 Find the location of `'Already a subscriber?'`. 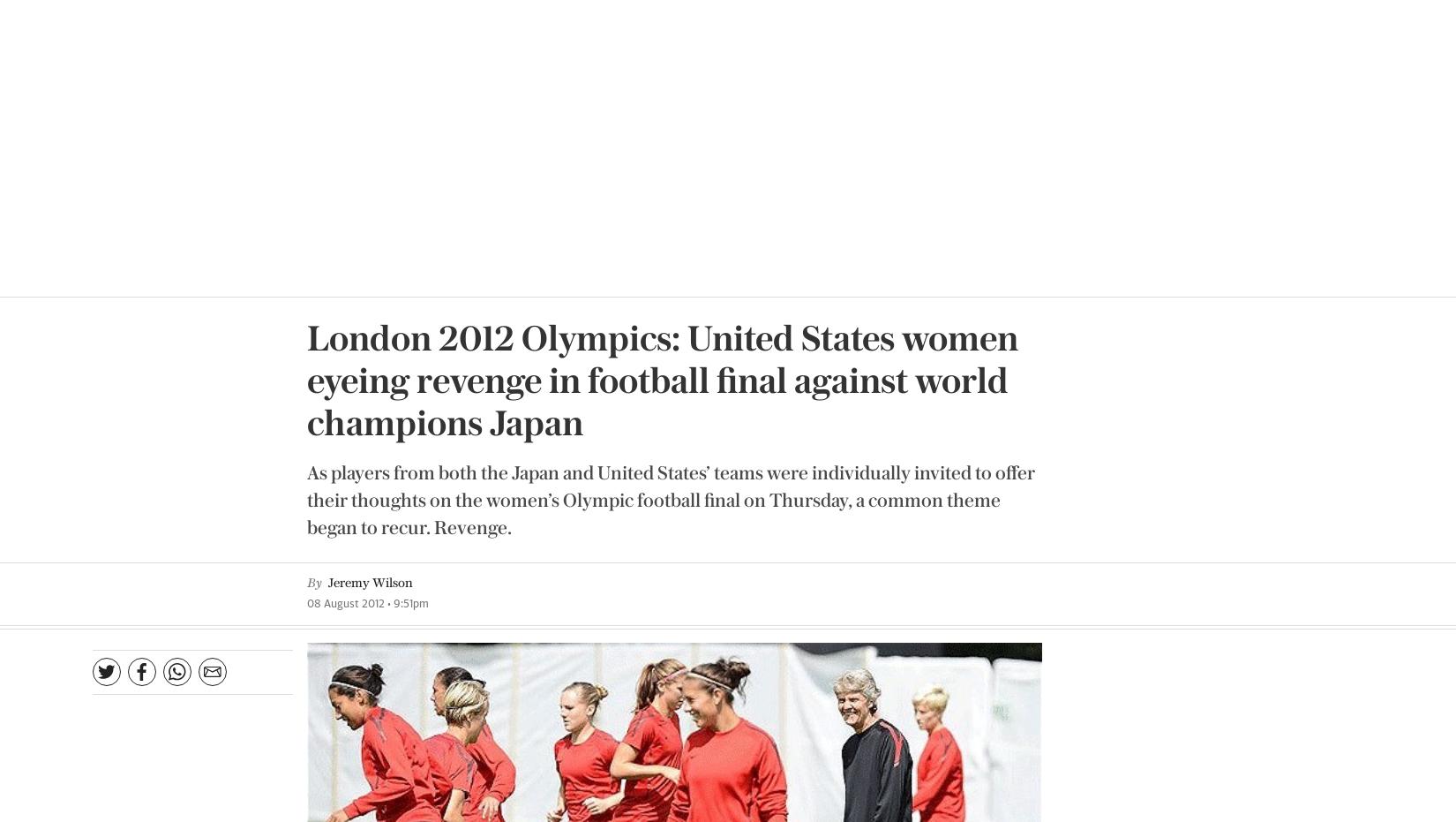

'Already a subscriber?' is located at coordinates (706, 798).